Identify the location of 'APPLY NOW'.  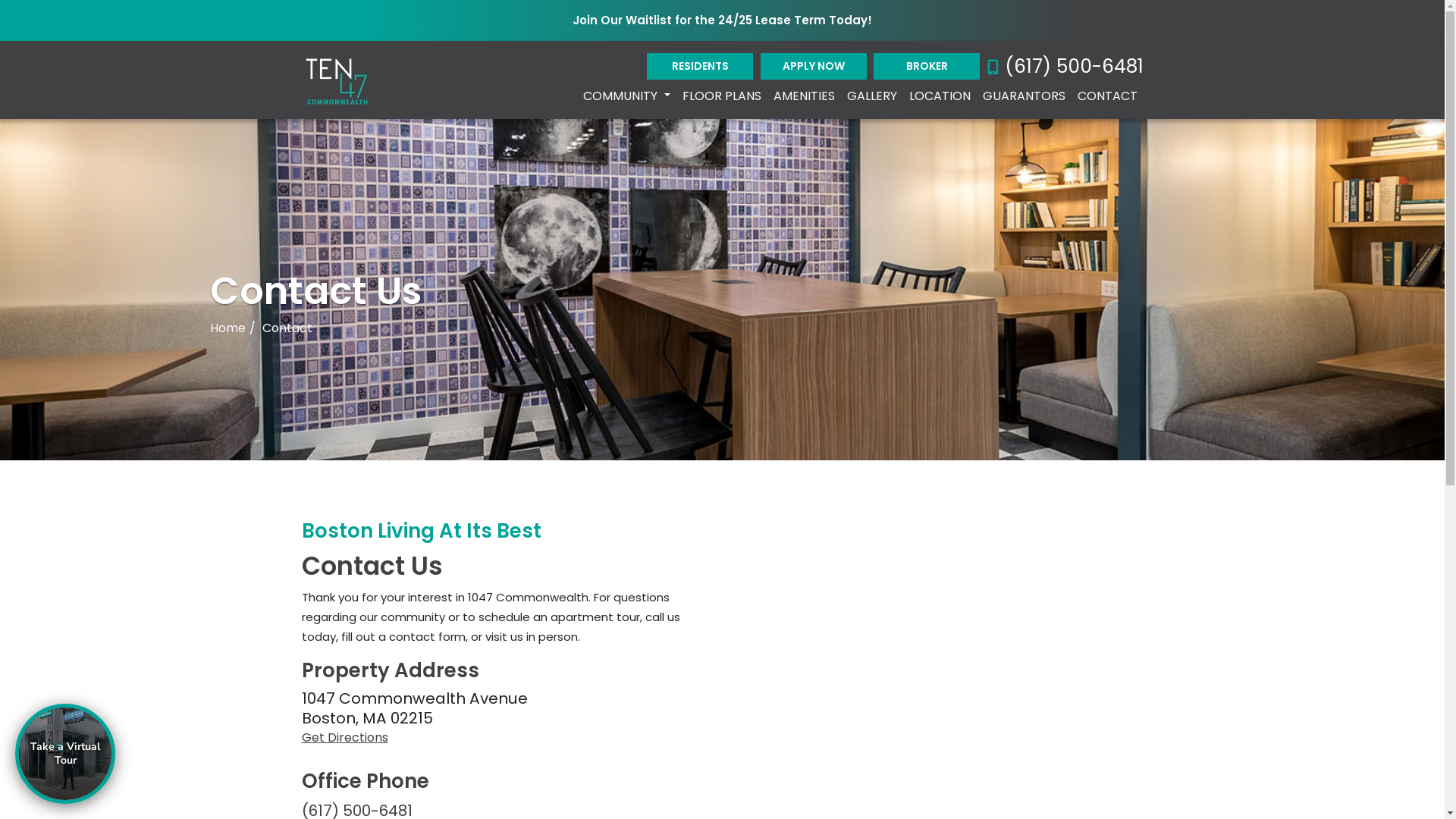
(813, 65).